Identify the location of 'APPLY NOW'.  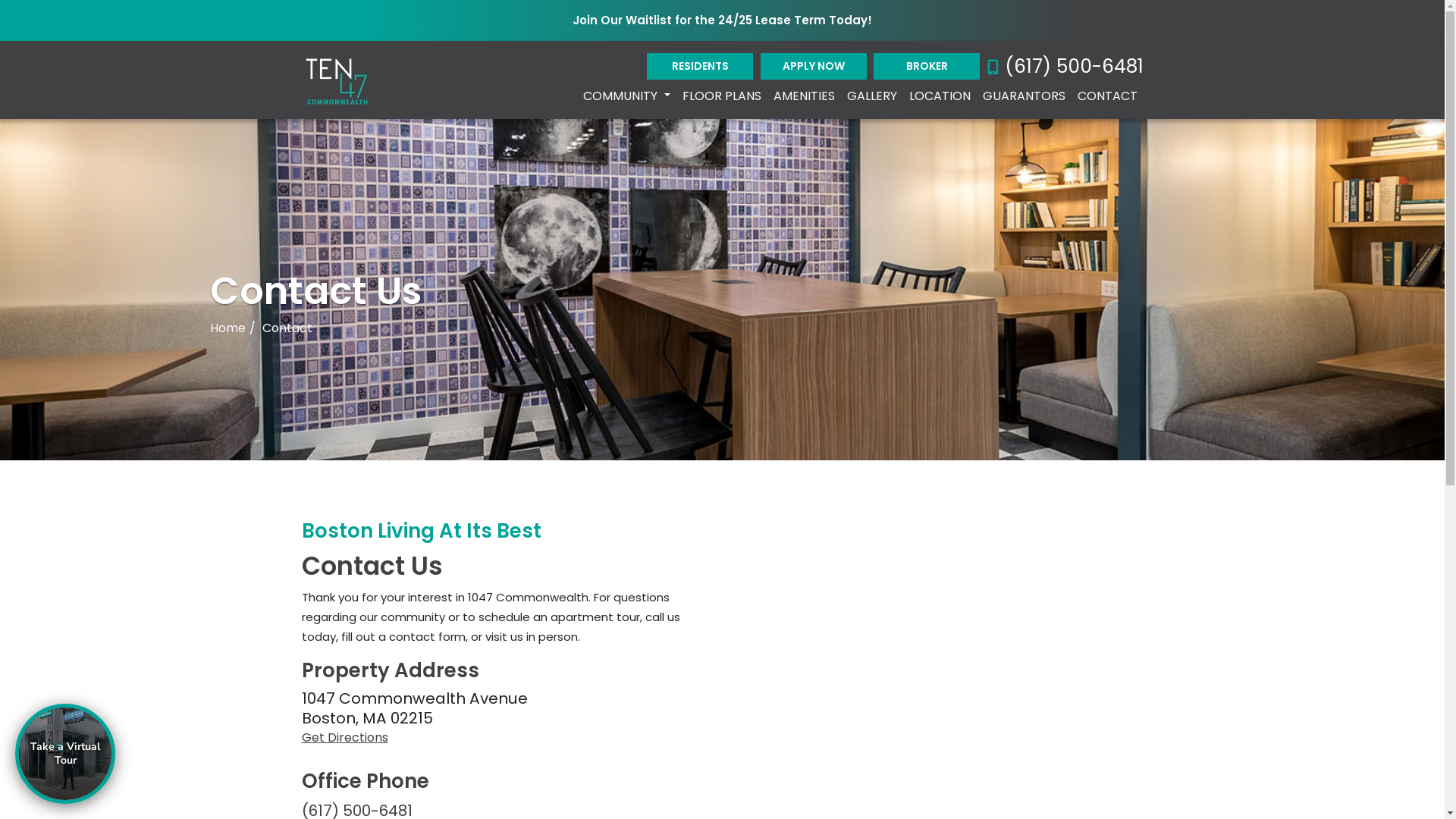
(813, 65).